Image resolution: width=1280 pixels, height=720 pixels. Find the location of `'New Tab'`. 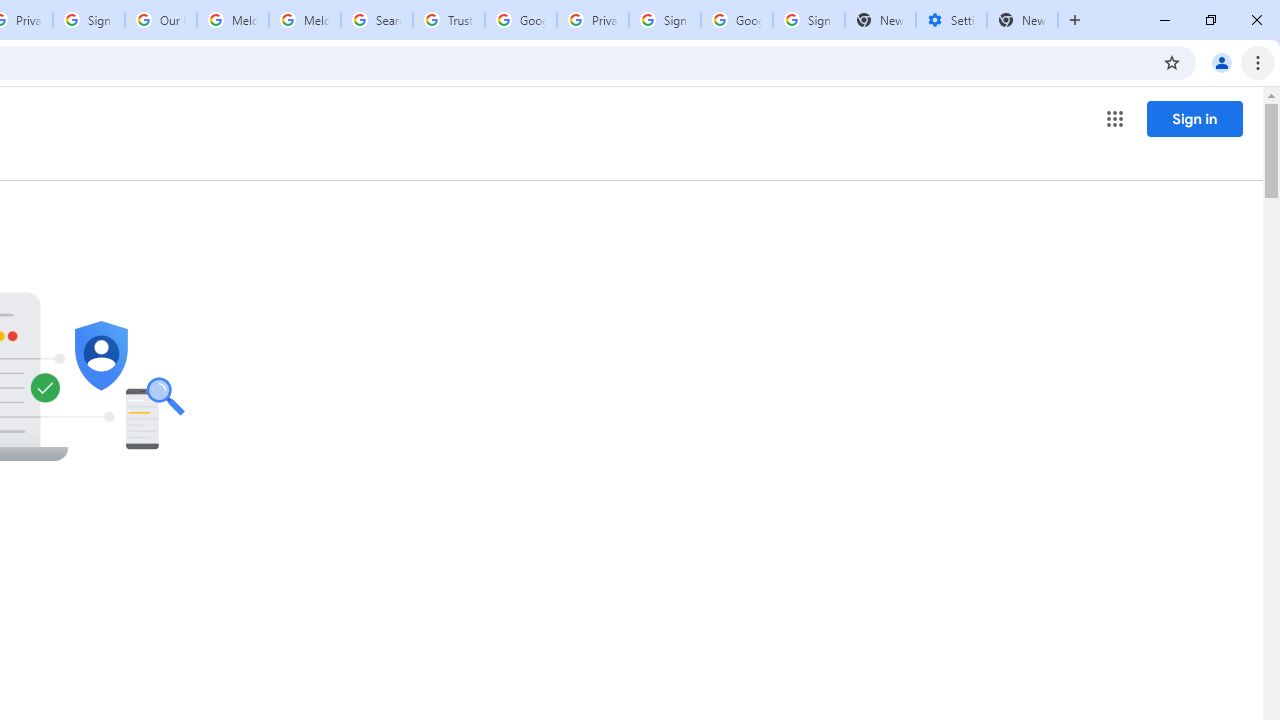

'New Tab' is located at coordinates (1022, 20).